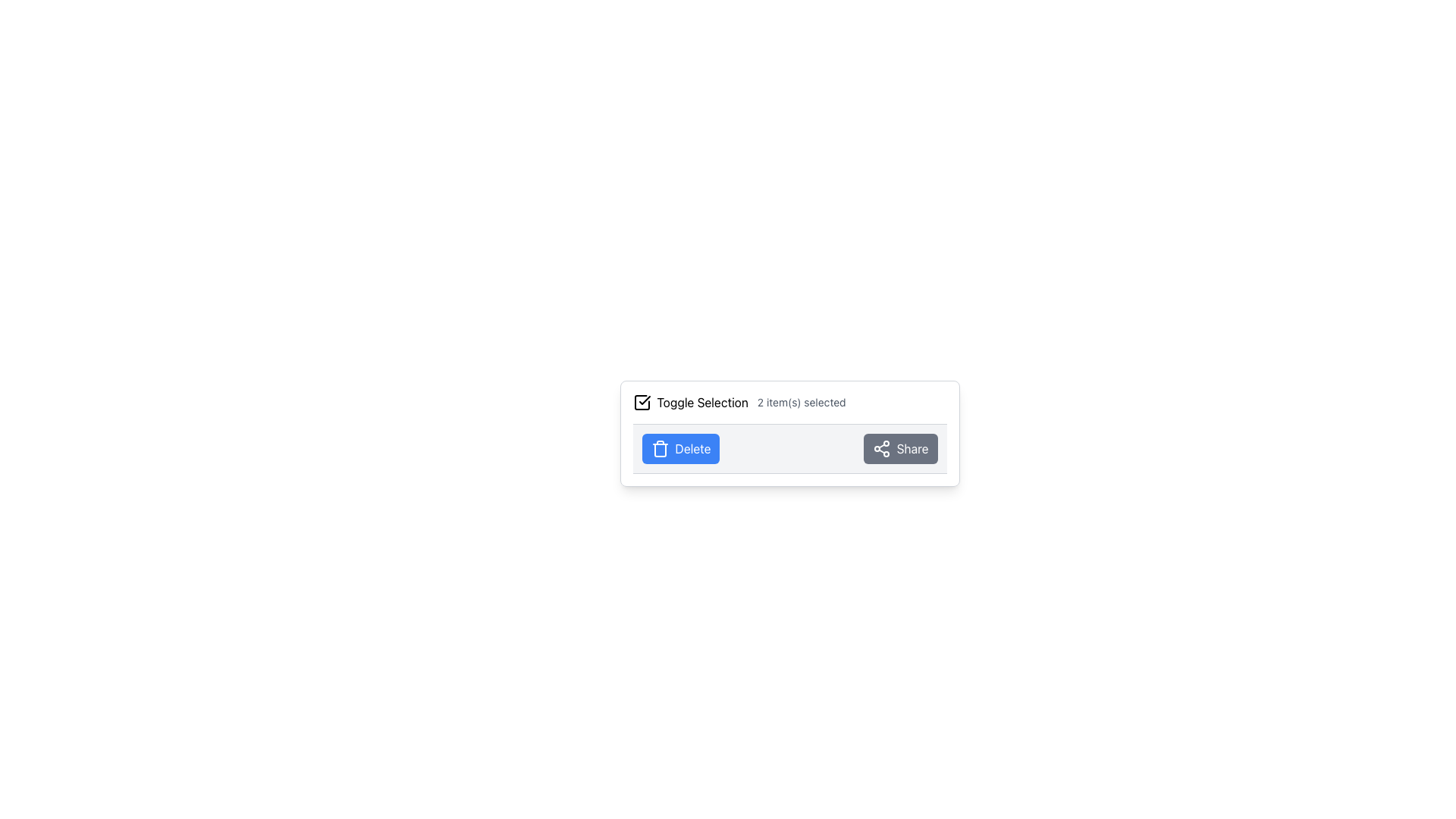 The height and width of the screenshot is (819, 1456). Describe the element at coordinates (644, 400) in the screenshot. I see `the state of the checkmark icon within the square frame located in the top-left corner of the pop-up action card` at that location.